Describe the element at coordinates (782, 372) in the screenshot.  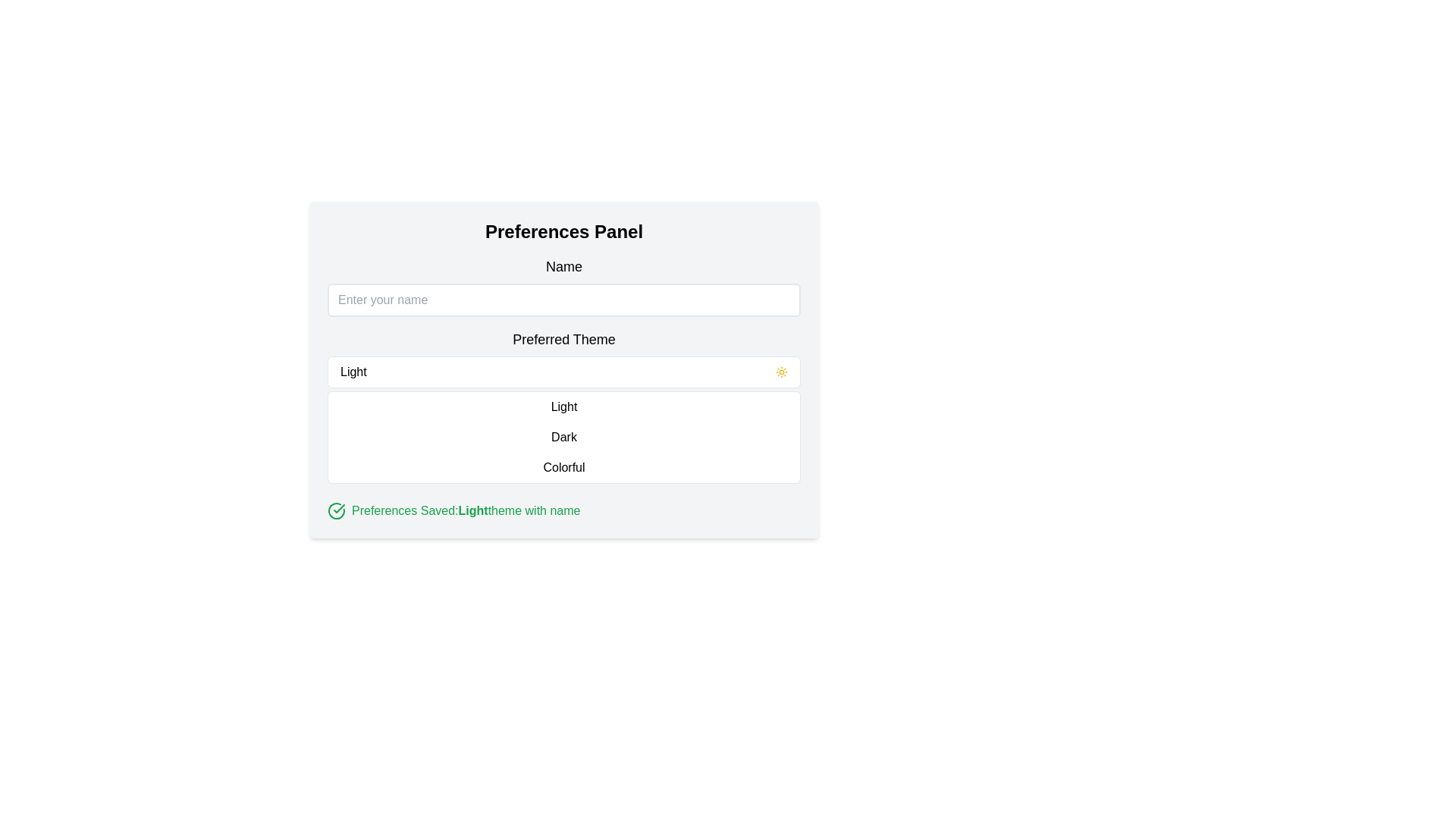
I see `the sun icon, which is yellow and located to the right within the 'Light' option of the 'Preferred Theme' section` at that location.